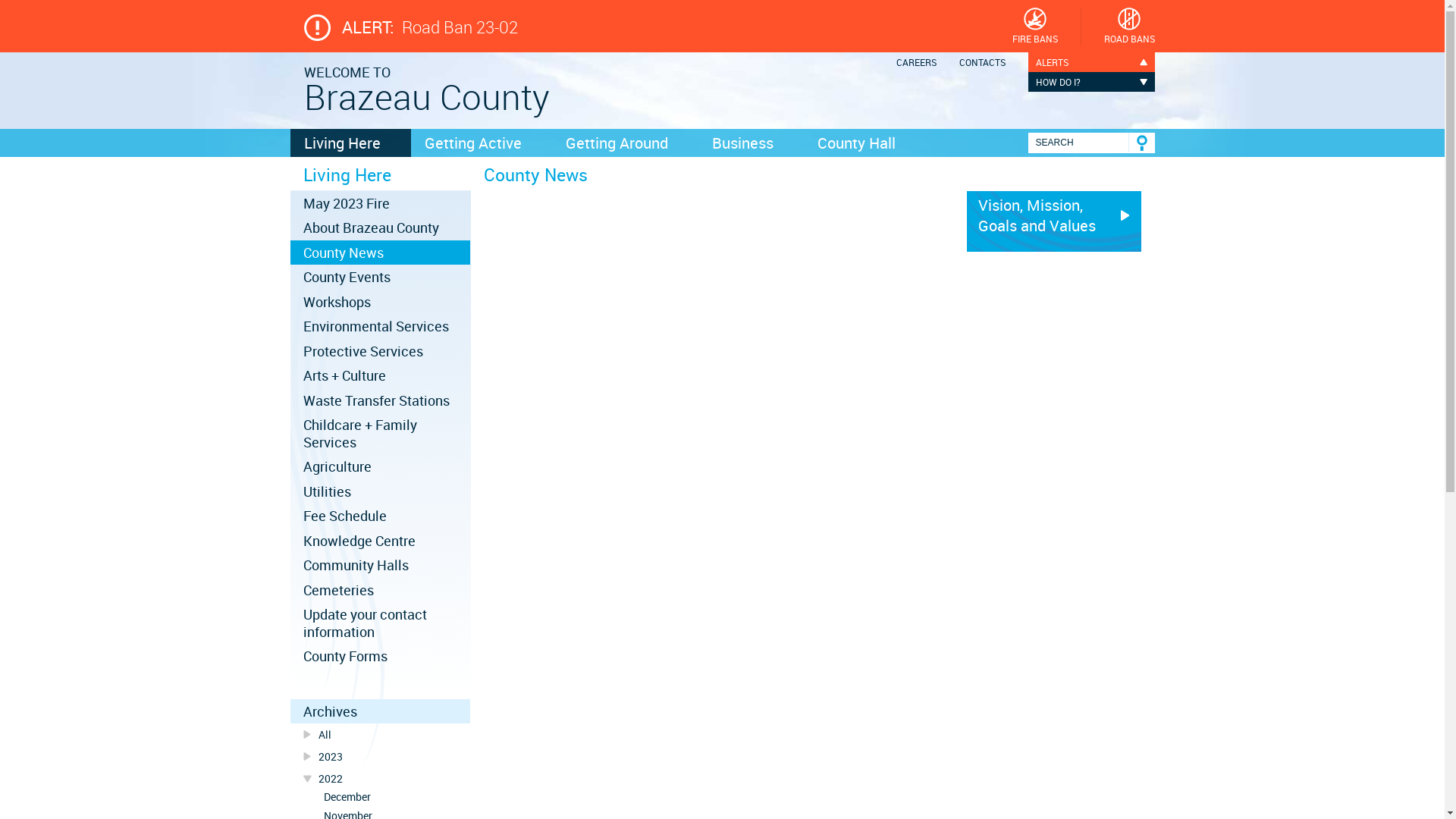  What do you see at coordinates (379, 514) in the screenshot?
I see `'Fee Schedule'` at bounding box center [379, 514].